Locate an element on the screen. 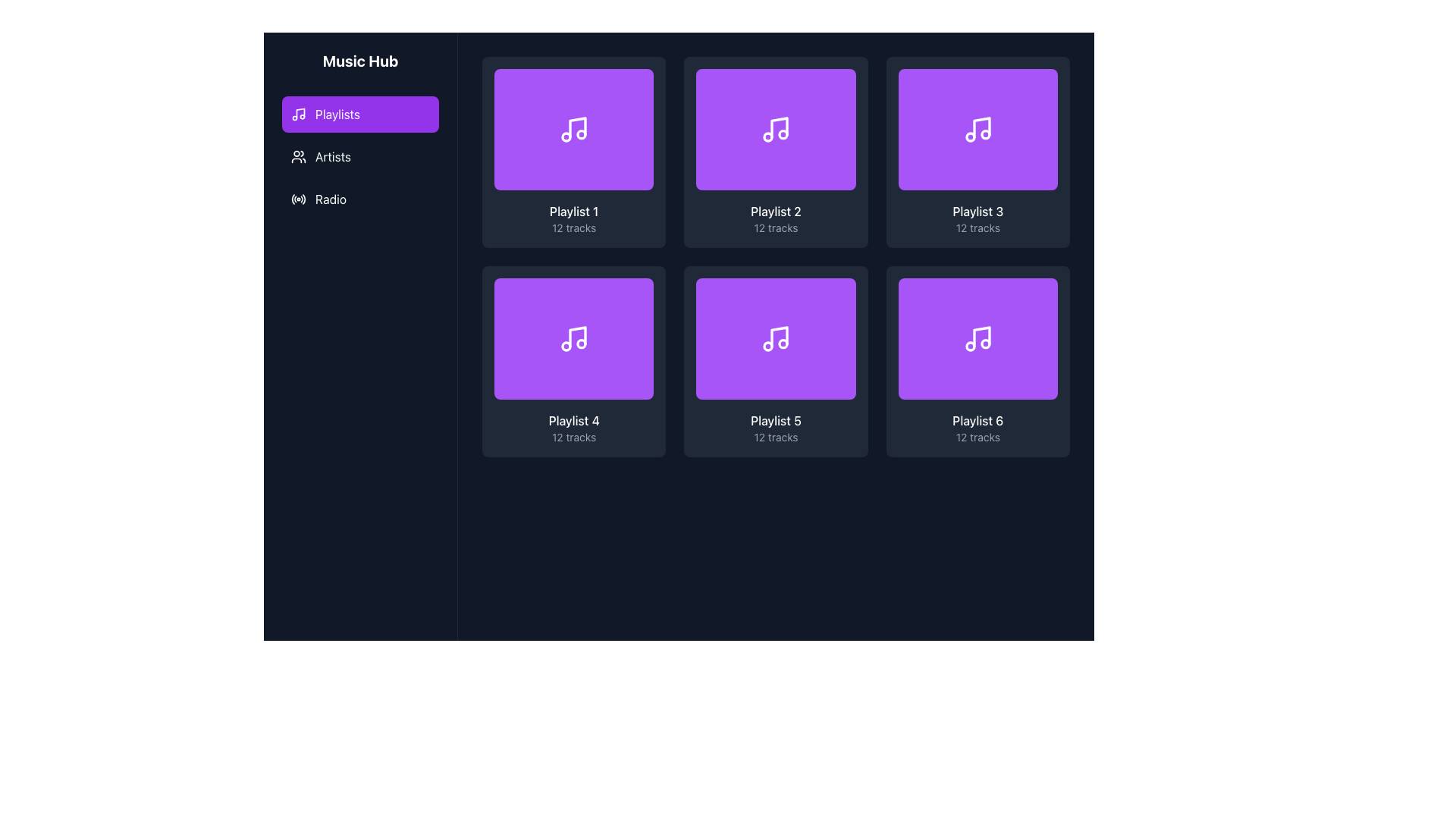 The width and height of the screenshot is (1456, 819). the music playlist card located at the bottom-right corner of the grid, which is the sixth item in the grid of playlist cards is located at coordinates (977, 362).